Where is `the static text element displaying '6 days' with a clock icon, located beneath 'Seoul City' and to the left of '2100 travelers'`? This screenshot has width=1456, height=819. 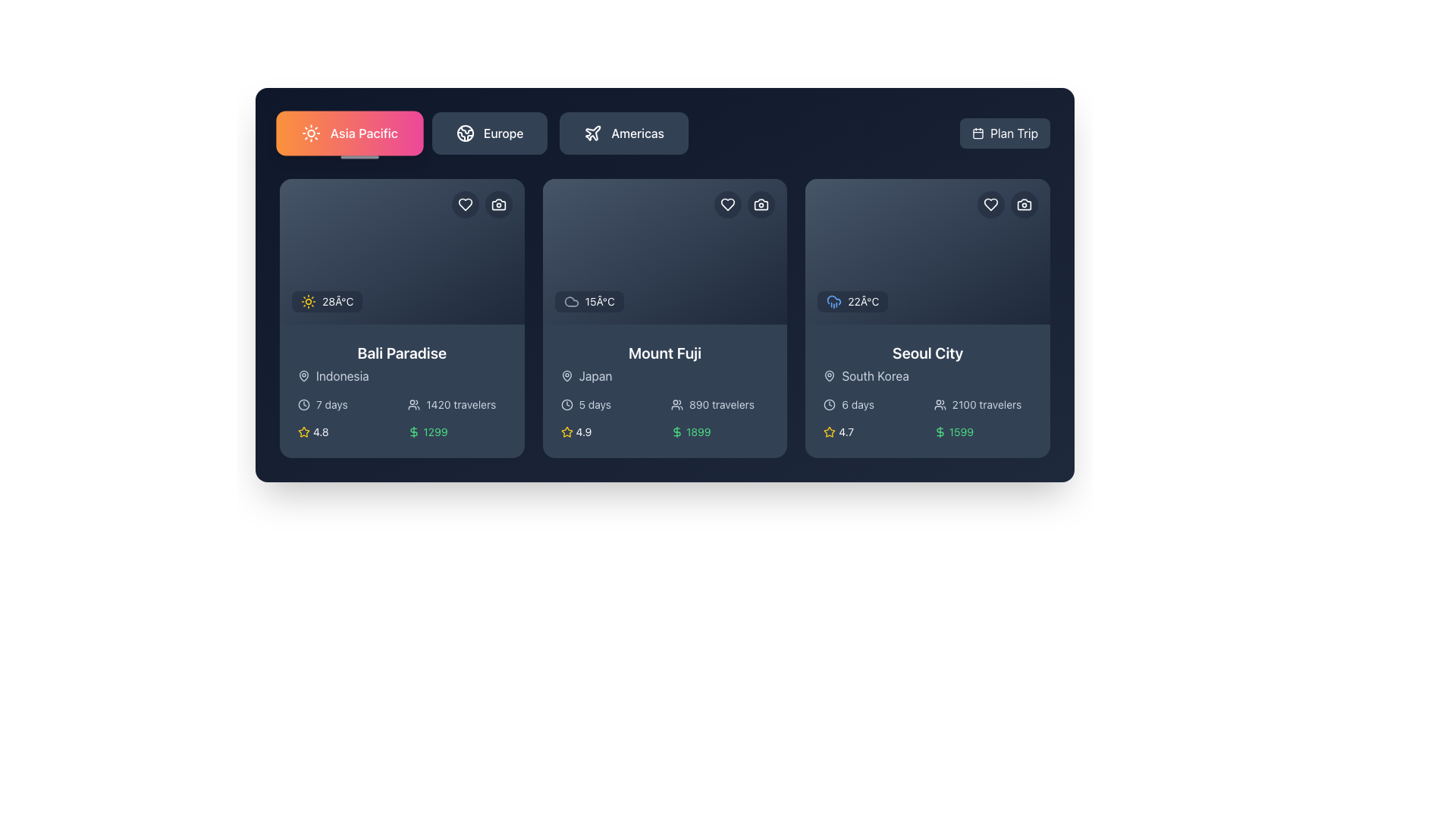 the static text element displaying '6 days' with a clock icon, located beneath 'Seoul City' and to the left of '2100 travelers' is located at coordinates (873, 403).